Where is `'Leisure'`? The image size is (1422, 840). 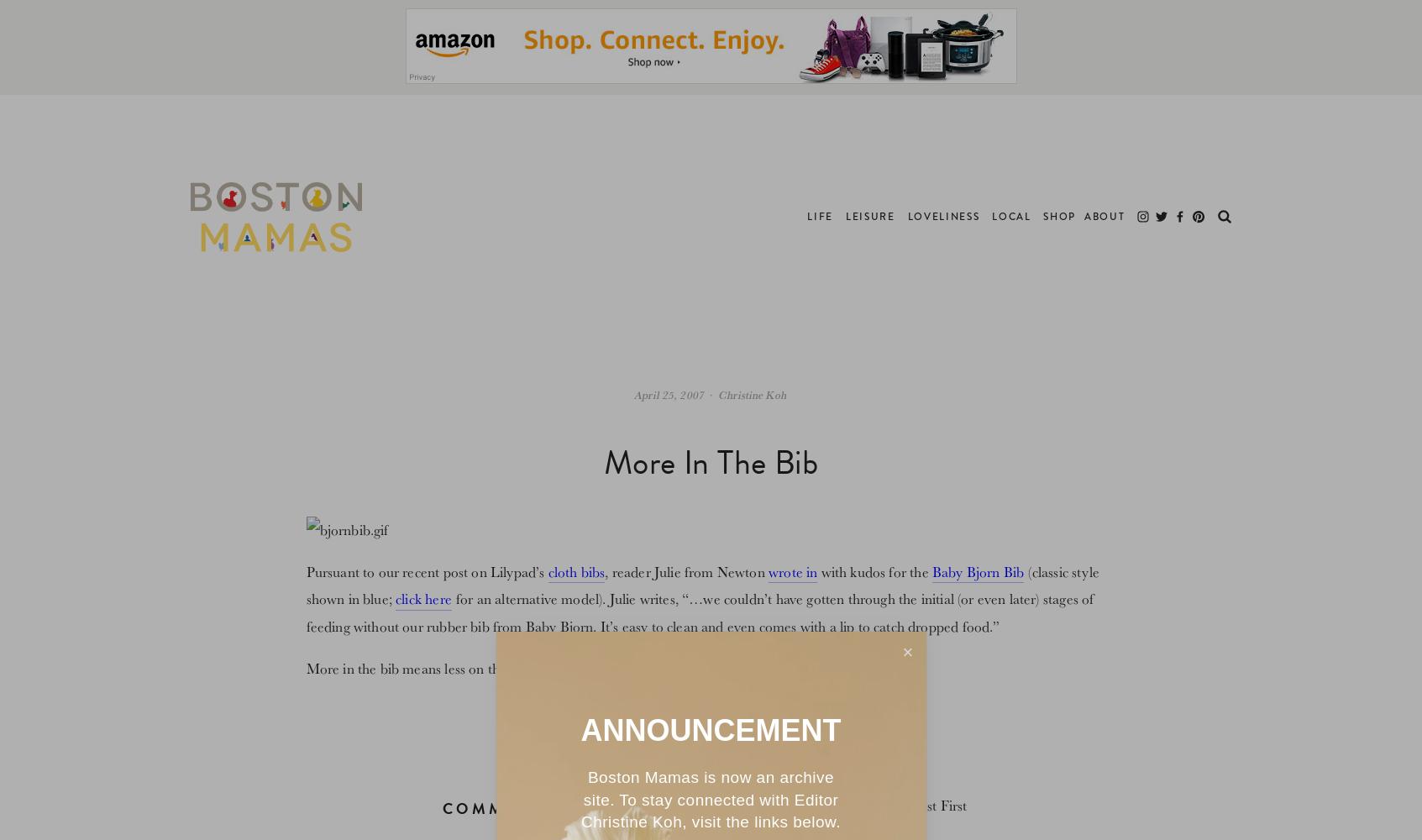
'Leisure' is located at coordinates (844, 217).